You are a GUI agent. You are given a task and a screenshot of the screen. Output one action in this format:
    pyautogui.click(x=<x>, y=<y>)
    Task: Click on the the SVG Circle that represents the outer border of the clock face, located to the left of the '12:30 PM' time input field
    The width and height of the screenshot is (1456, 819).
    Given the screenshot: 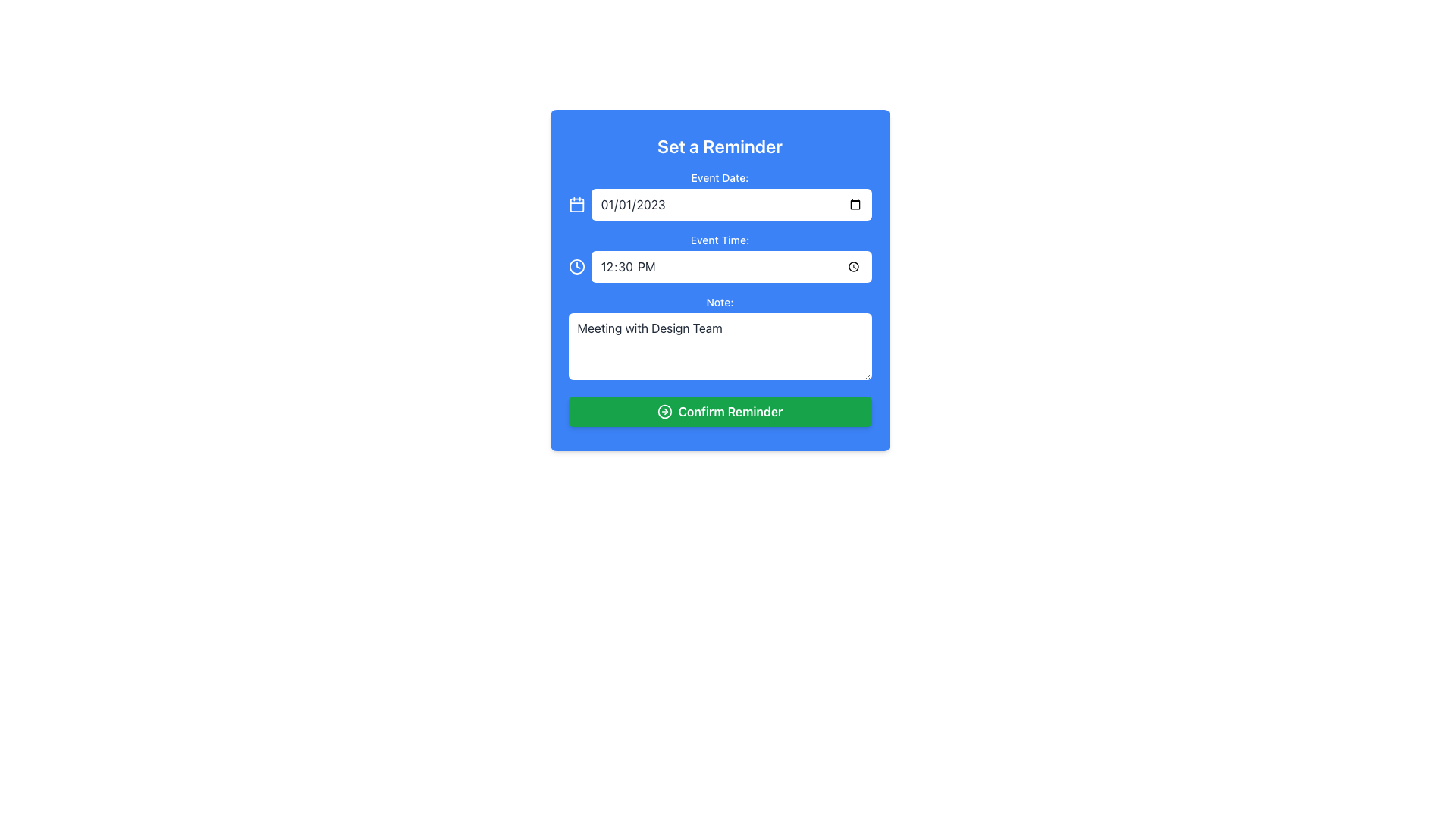 What is the action you would take?
    pyautogui.click(x=576, y=265)
    